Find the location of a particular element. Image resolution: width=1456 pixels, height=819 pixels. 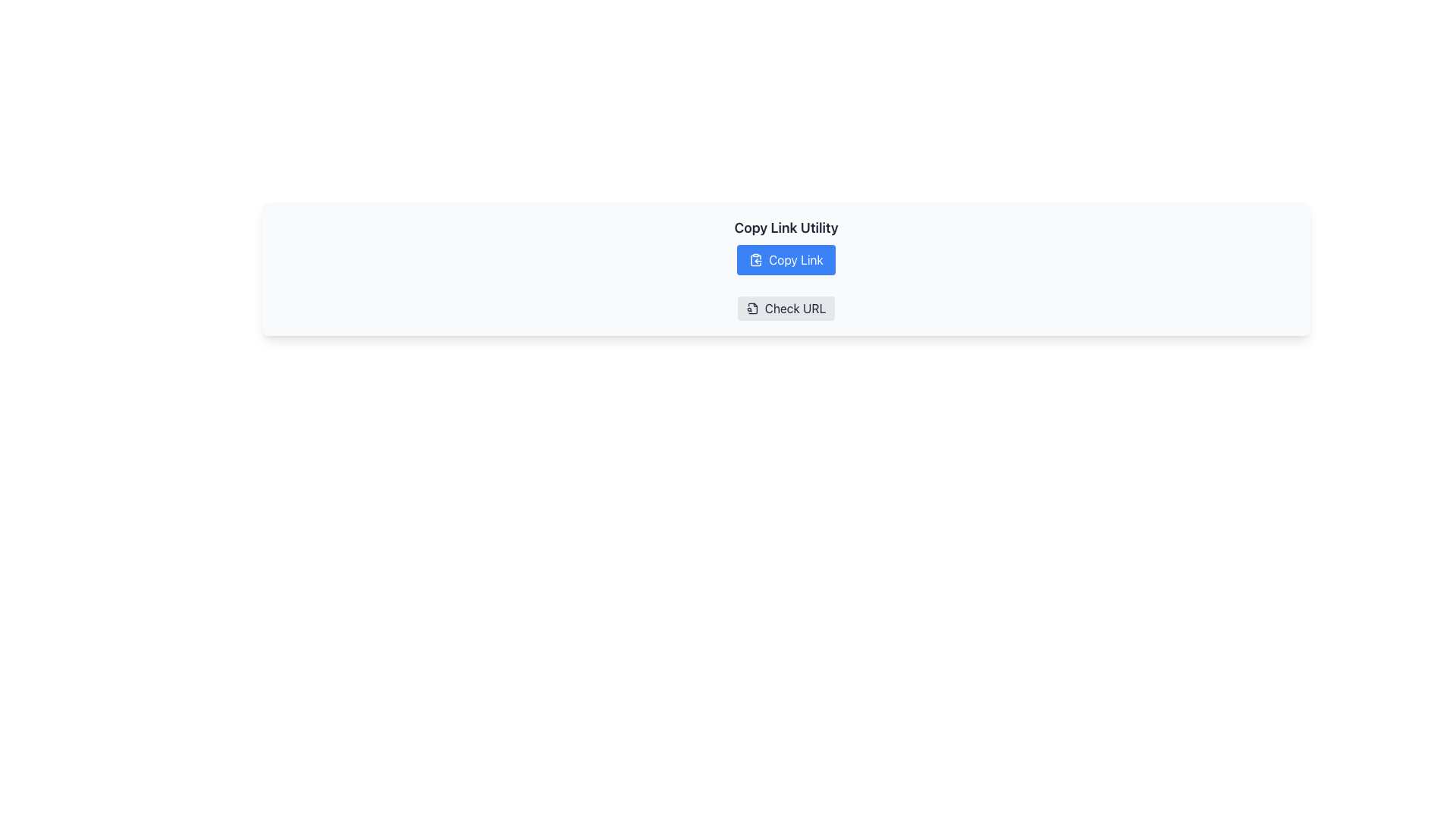

the clipboard icon located to the left of the 'Copy Link' button's label text in the top-middle portion of the interface is located at coordinates (756, 259).